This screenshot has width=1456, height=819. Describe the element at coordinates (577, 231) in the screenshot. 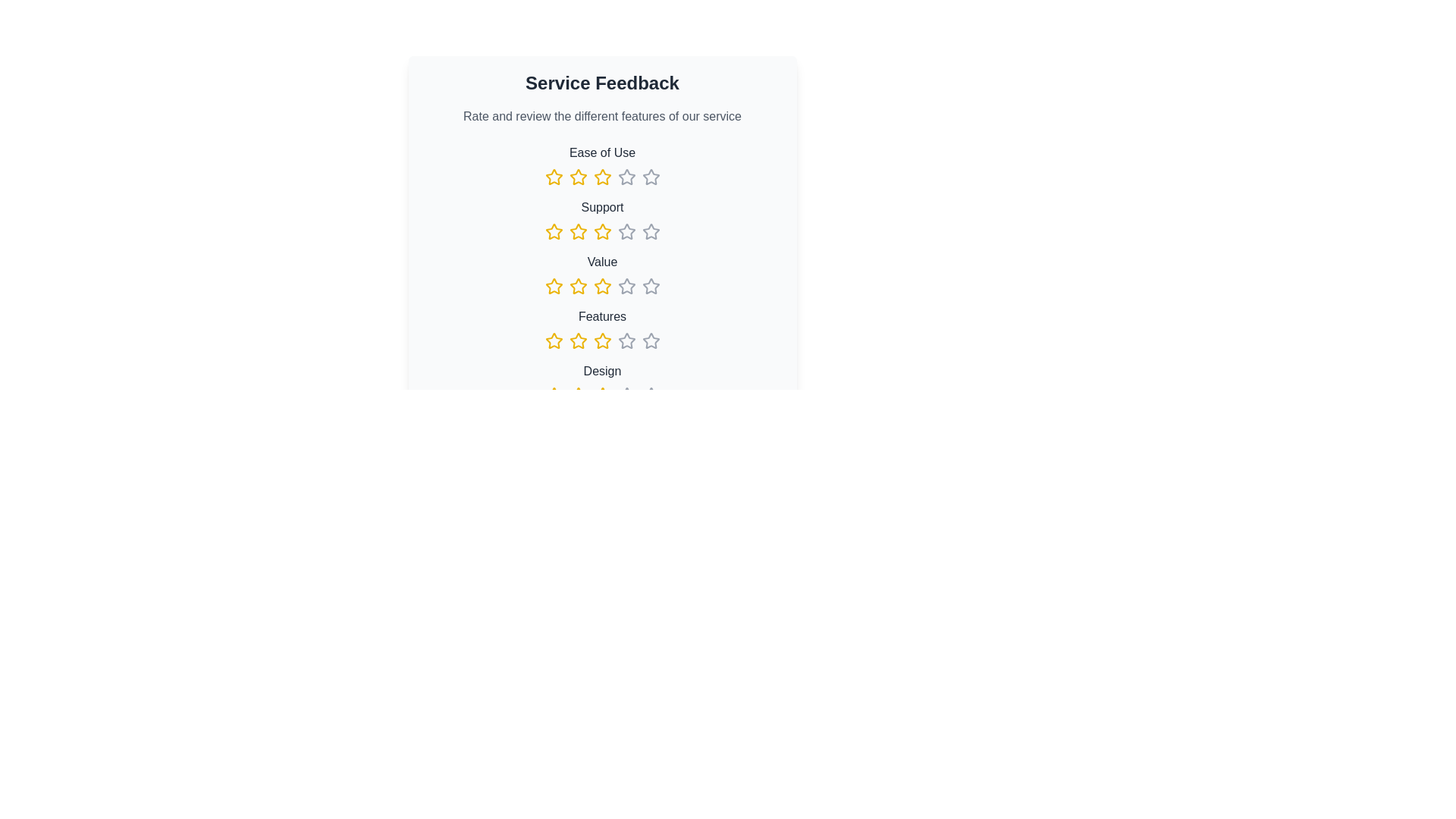

I see `the clickable star icon used for ratings` at that location.